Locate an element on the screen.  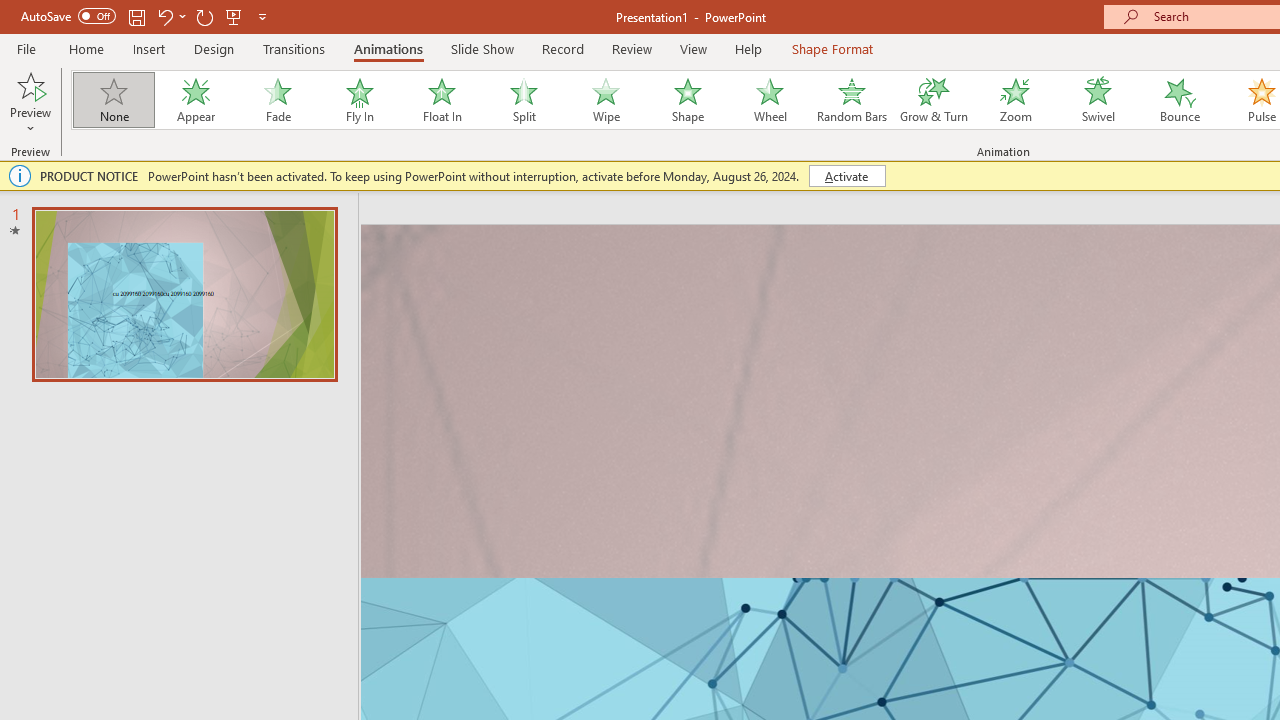
'Fade' is located at coordinates (276, 100).